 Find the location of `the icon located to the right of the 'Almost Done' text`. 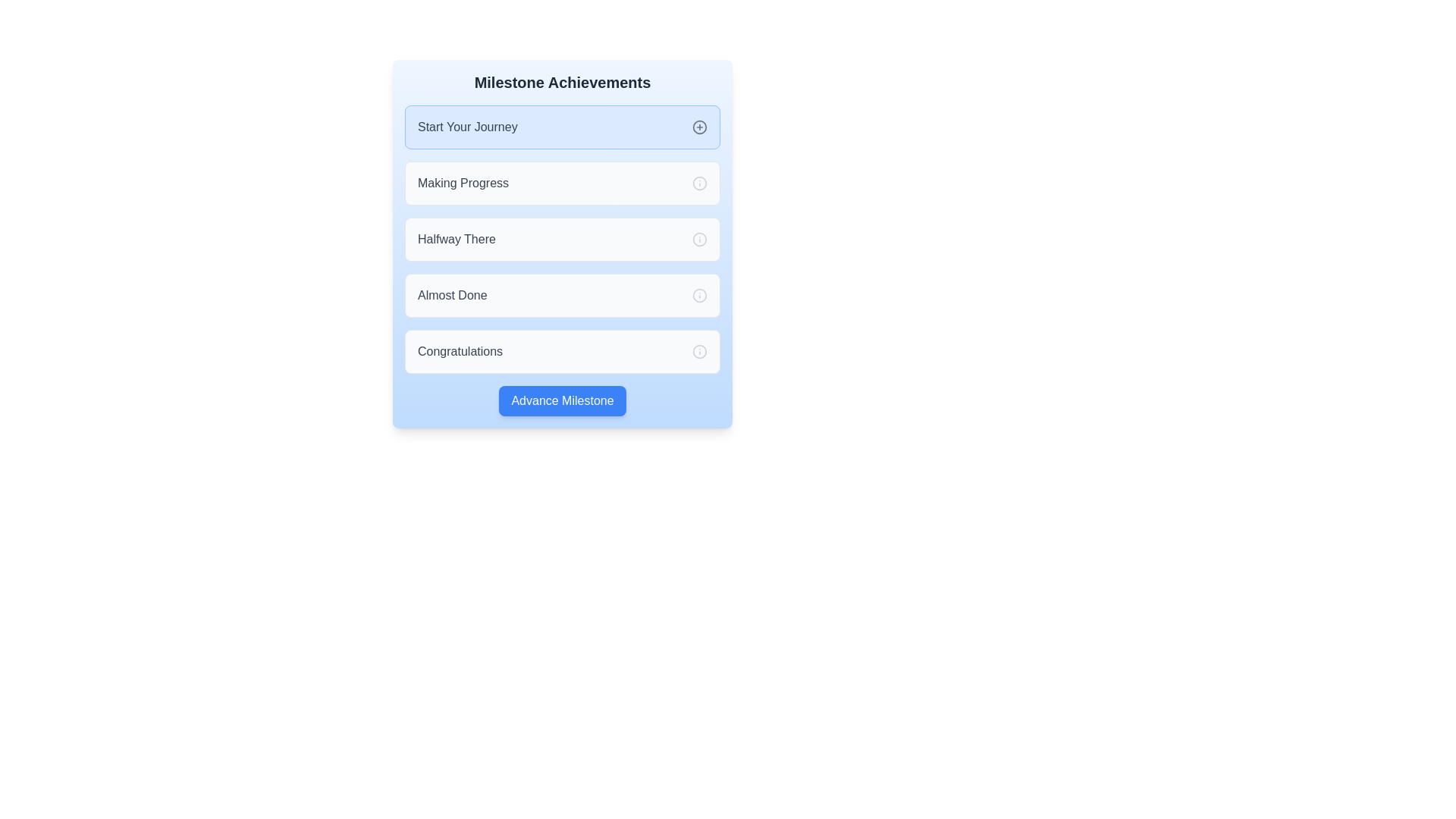

the icon located to the right of the 'Almost Done' text is located at coordinates (698, 295).